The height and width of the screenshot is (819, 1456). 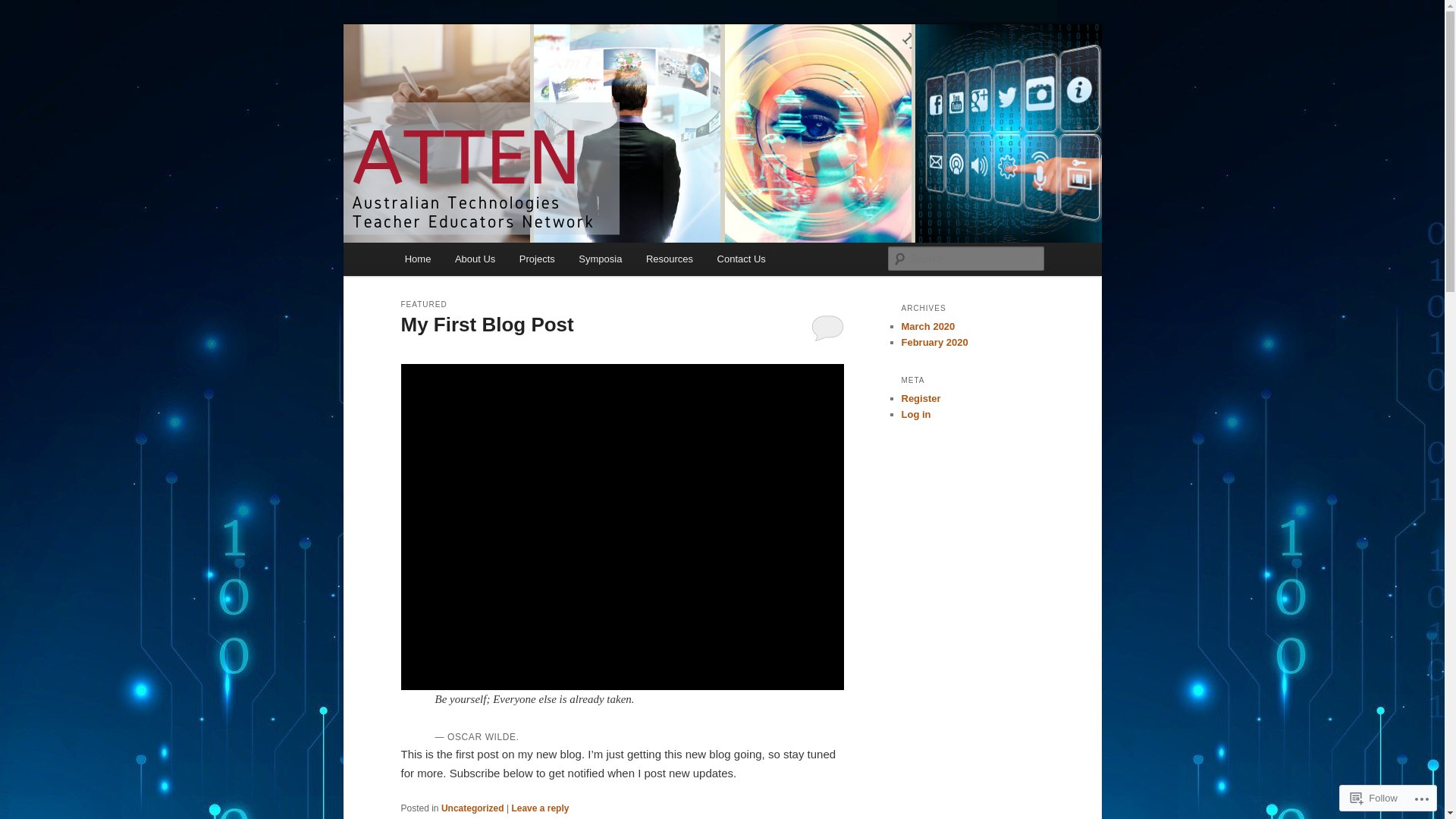 What do you see at coordinates (418, 258) in the screenshot?
I see `'Home'` at bounding box center [418, 258].